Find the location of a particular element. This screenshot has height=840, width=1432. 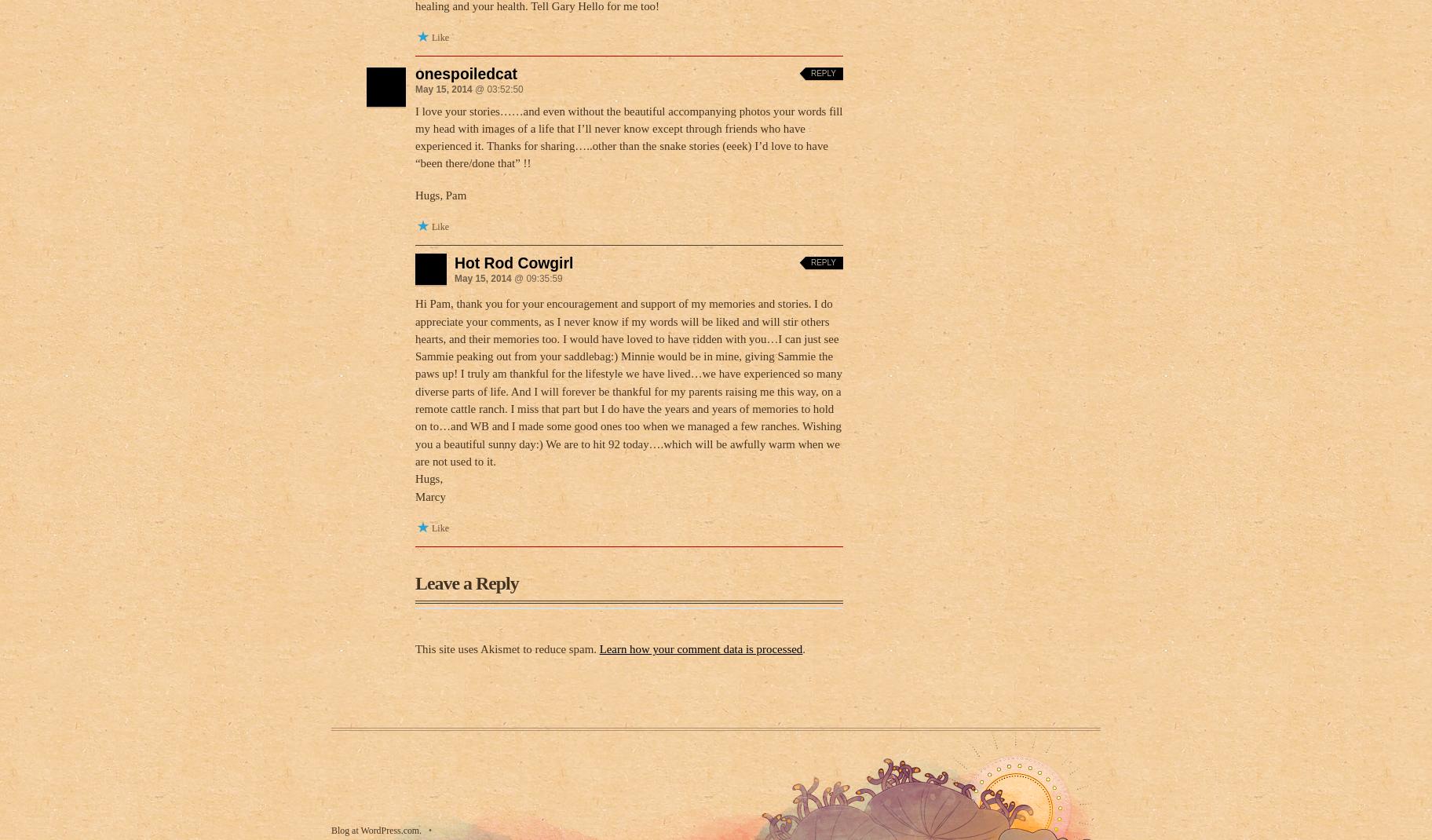

'Hi Pam, thank you for your encouragement and support of my memories and stories. I do appreciate your comments, as I never know if my words will be liked and will stir others hearts, and their memories too. I would have loved to have ridden with you…I can just see Sammie peaking out from your saddlebag:) Minnie would be in mine, giving Sammie the paws up! I truly am thankful for the lifestyle we have lived…we have experienced so many diverse parts of life. And I will forever be thankful for my parents raising me this way, on a remote cattle ranch. I miss that part but I do have the years and years of memories to hold on to…and WB and I made some good ones too when we managed a few ranches. Wishing you a beautiful sunny day:) We are to hit 92 today….which will be awfully warm when we are not used to it.' is located at coordinates (628, 382).